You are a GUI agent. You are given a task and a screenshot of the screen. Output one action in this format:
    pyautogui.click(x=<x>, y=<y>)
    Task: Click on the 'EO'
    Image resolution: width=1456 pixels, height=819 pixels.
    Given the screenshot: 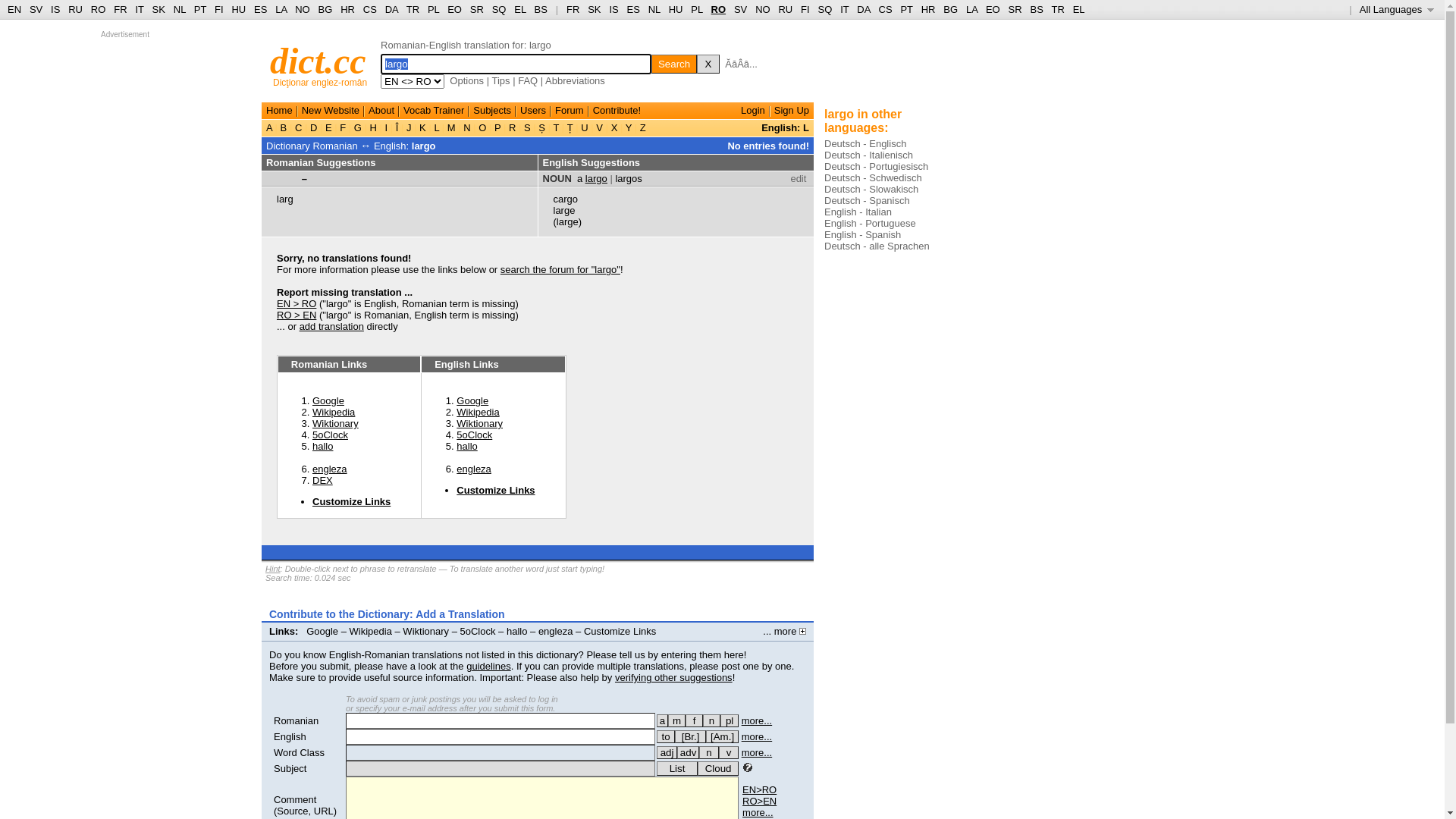 What is the action you would take?
    pyautogui.click(x=453, y=9)
    